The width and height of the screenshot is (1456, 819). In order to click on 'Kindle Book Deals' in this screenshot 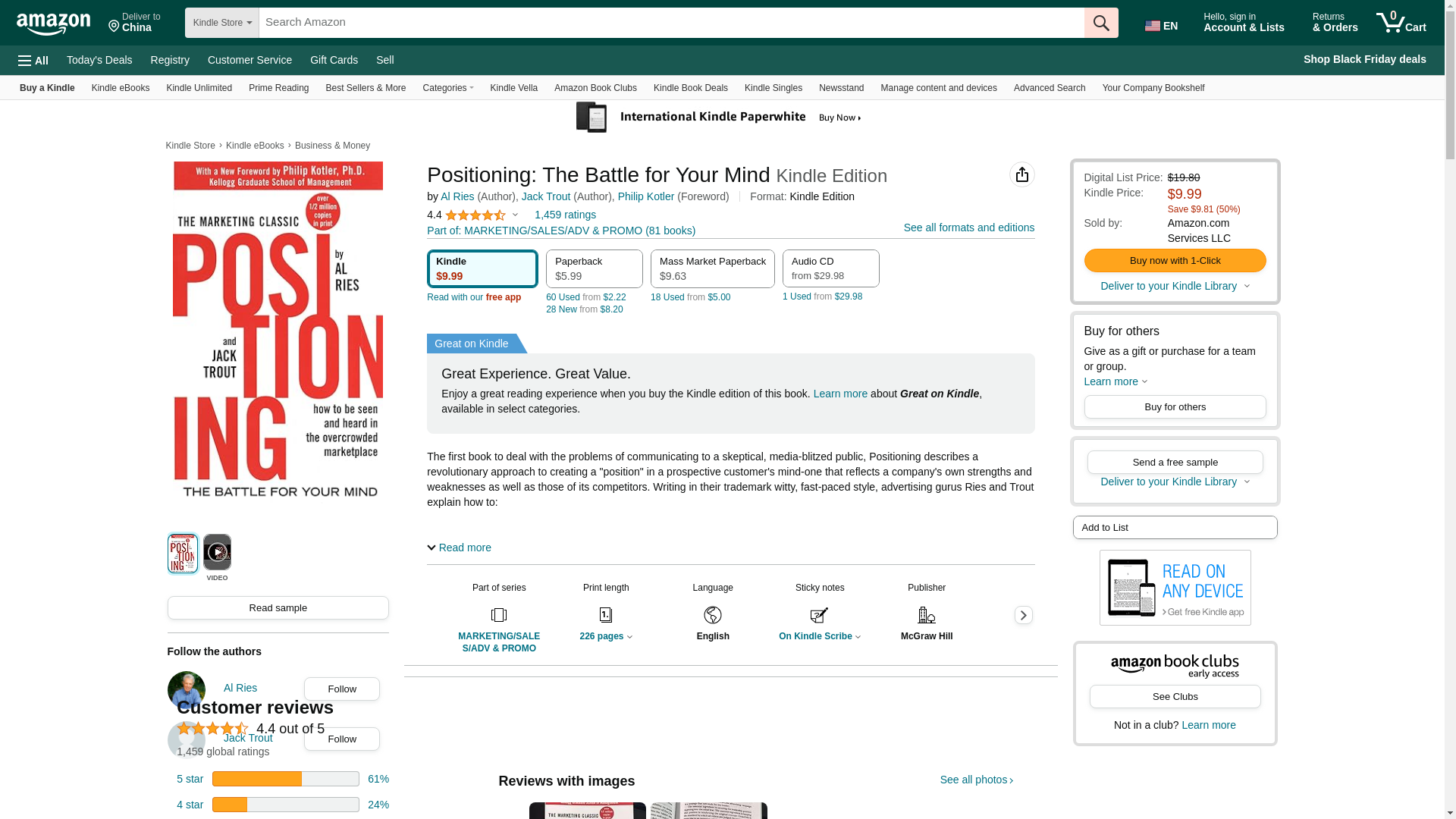, I will do `click(690, 87)`.